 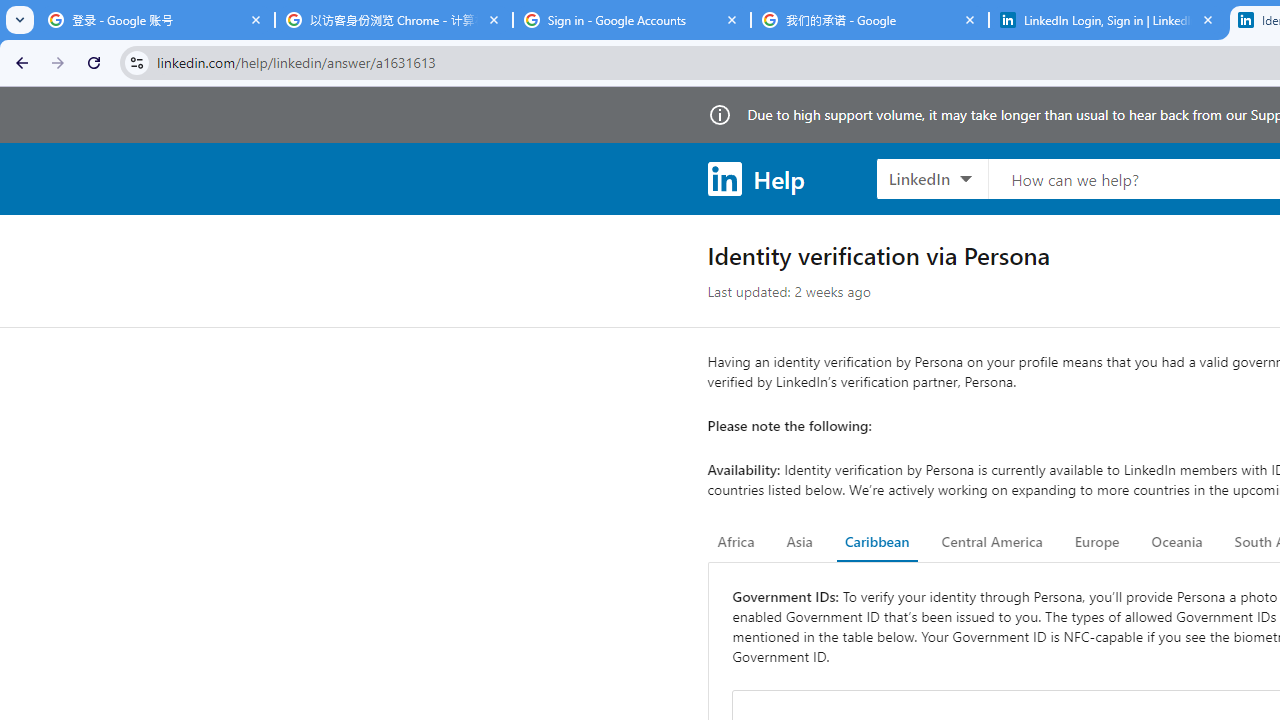 What do you see at coordinates (798, 542) in the screenshot?
I see `'Asia'` at bounding box center [798, 542].